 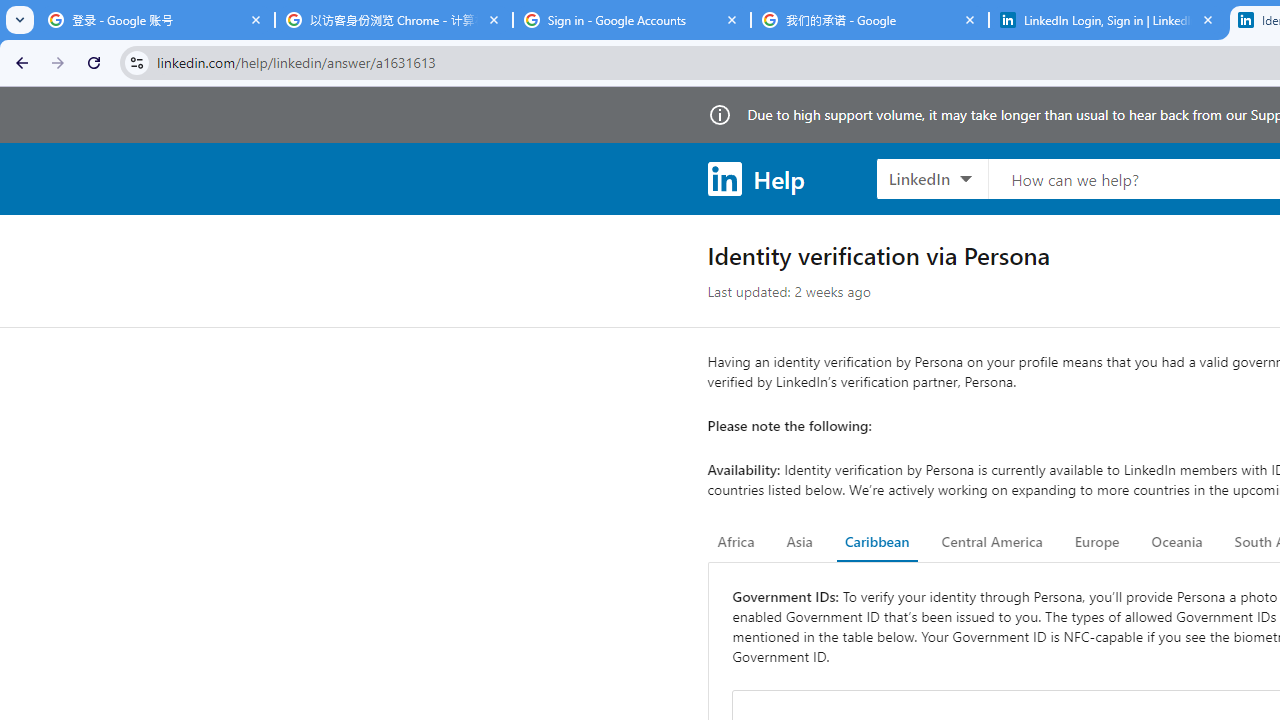 What do you see at coordinates (798, 542) in the screenshot?
I see `'Asia'` at bounding box center [798, 542].